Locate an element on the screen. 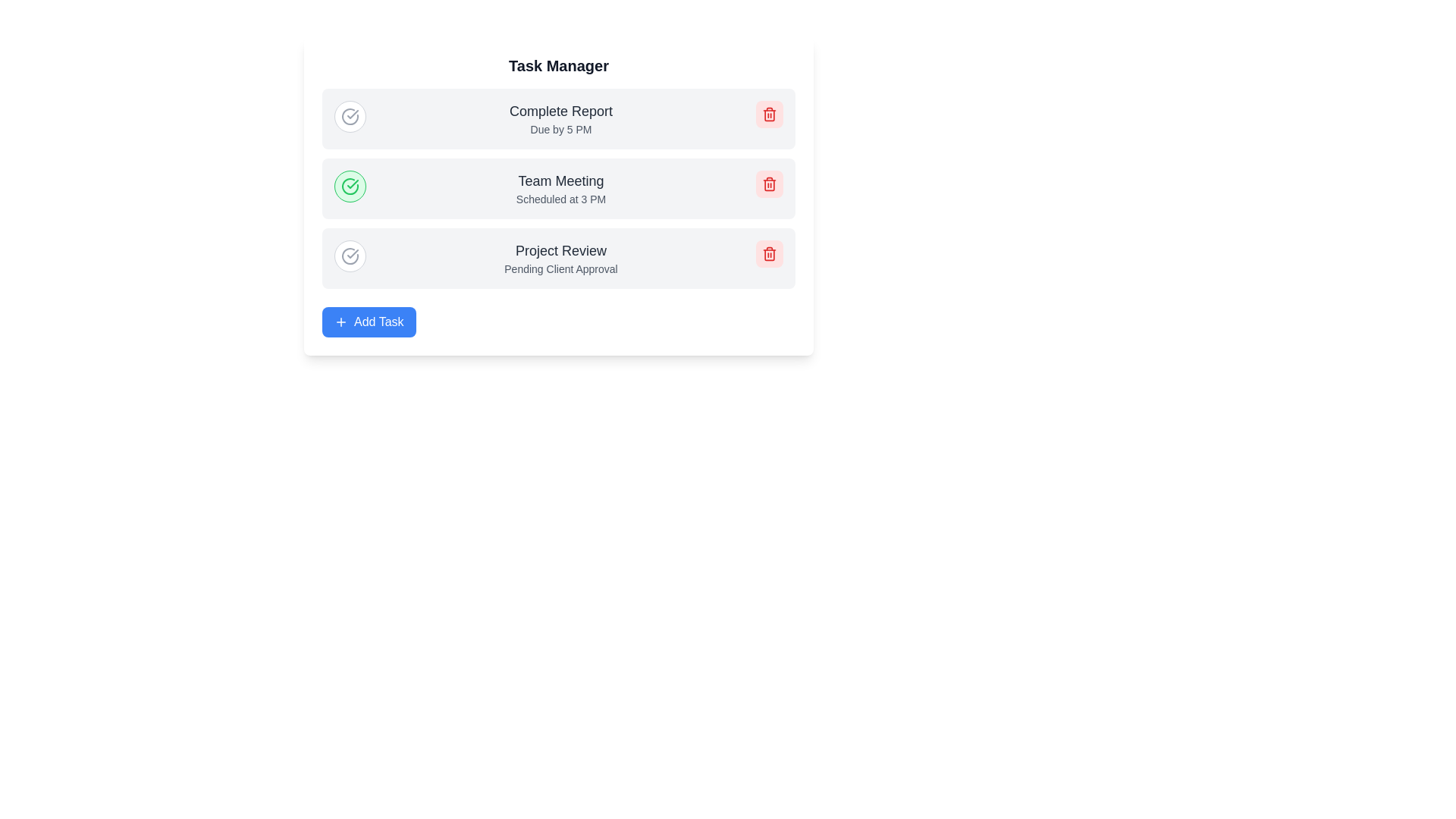  the red trash can button located on the right end of the task row labeled 'Complete Report' in the Task Manager section is located at coordinates (769, 113).